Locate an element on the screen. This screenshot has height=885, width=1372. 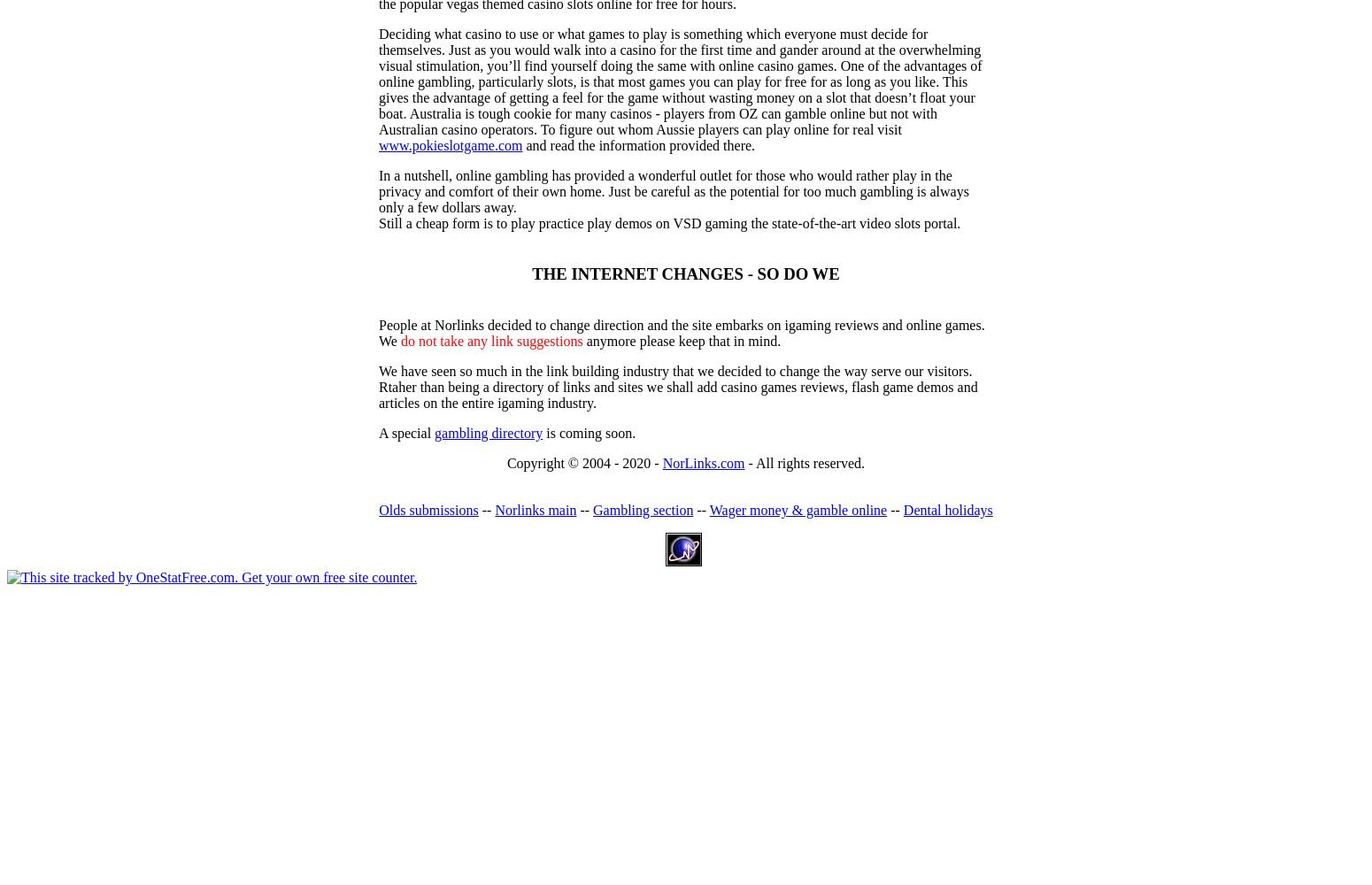
'Copyright © 2004 - 2020 -' is located at coordinates (582, 463).